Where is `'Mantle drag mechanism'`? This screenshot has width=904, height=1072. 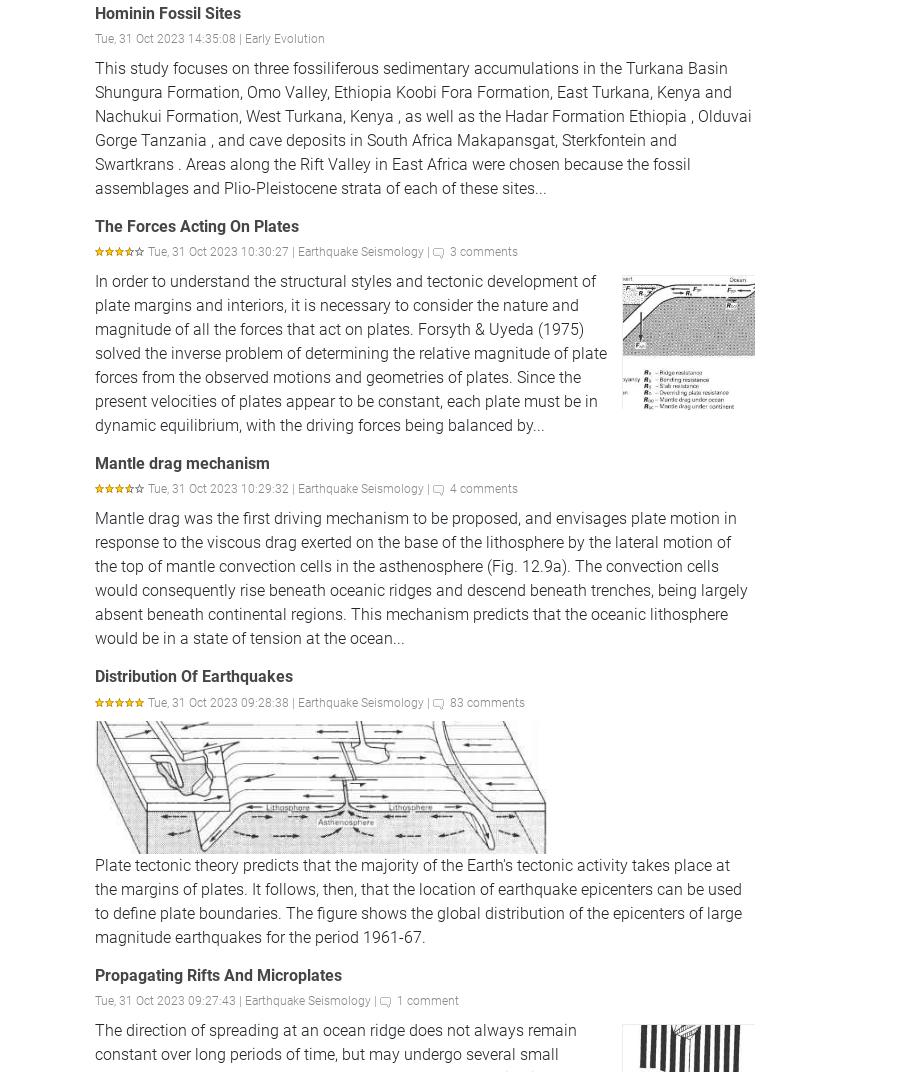 'Mantle drag mechanism' is located at coordinates (182, 462).